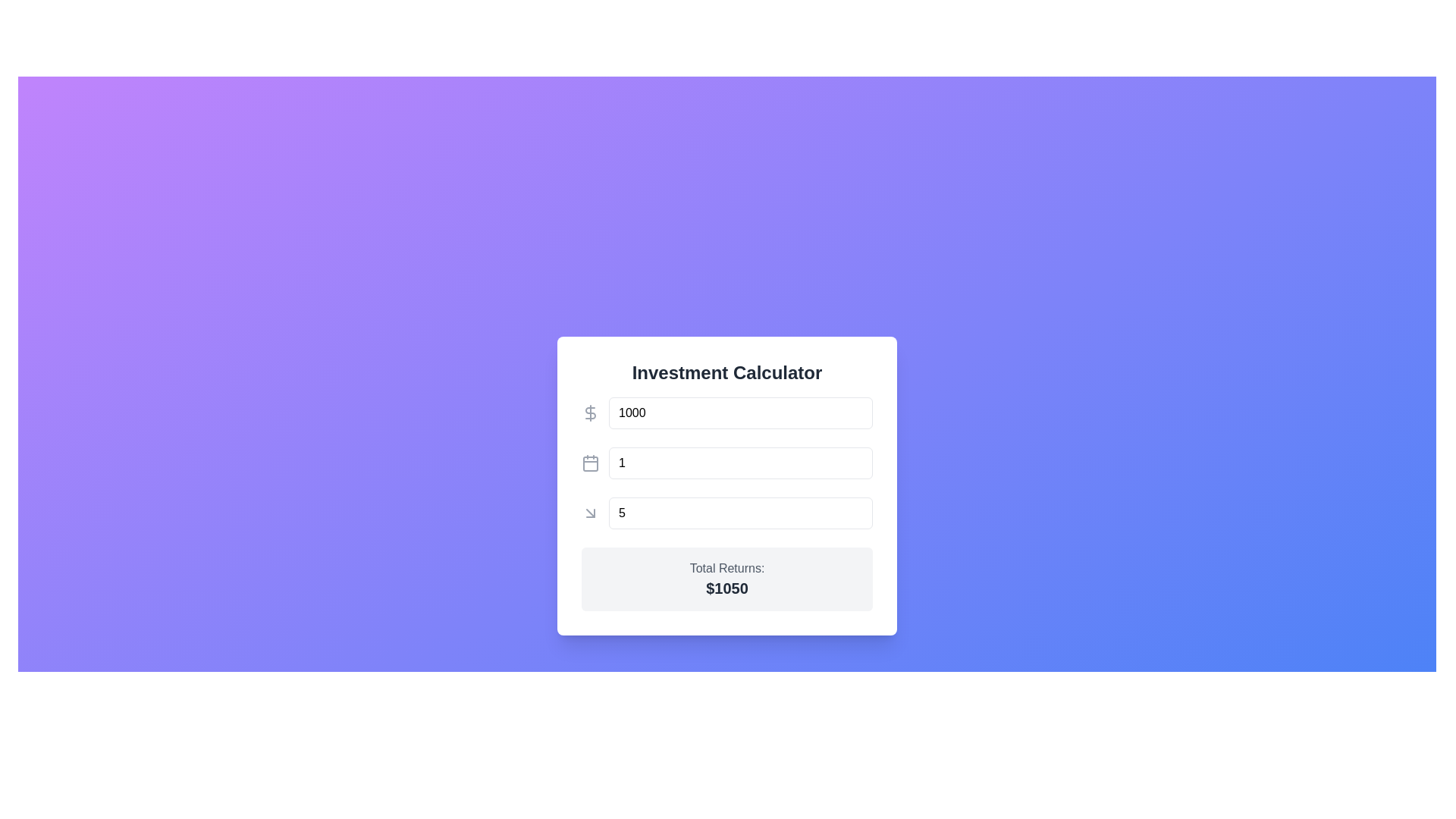  I want to click on the rounded rectangle element inside the calendar icon, which is located to the left of the input field in the second row of the form layout, so click(589, 463).